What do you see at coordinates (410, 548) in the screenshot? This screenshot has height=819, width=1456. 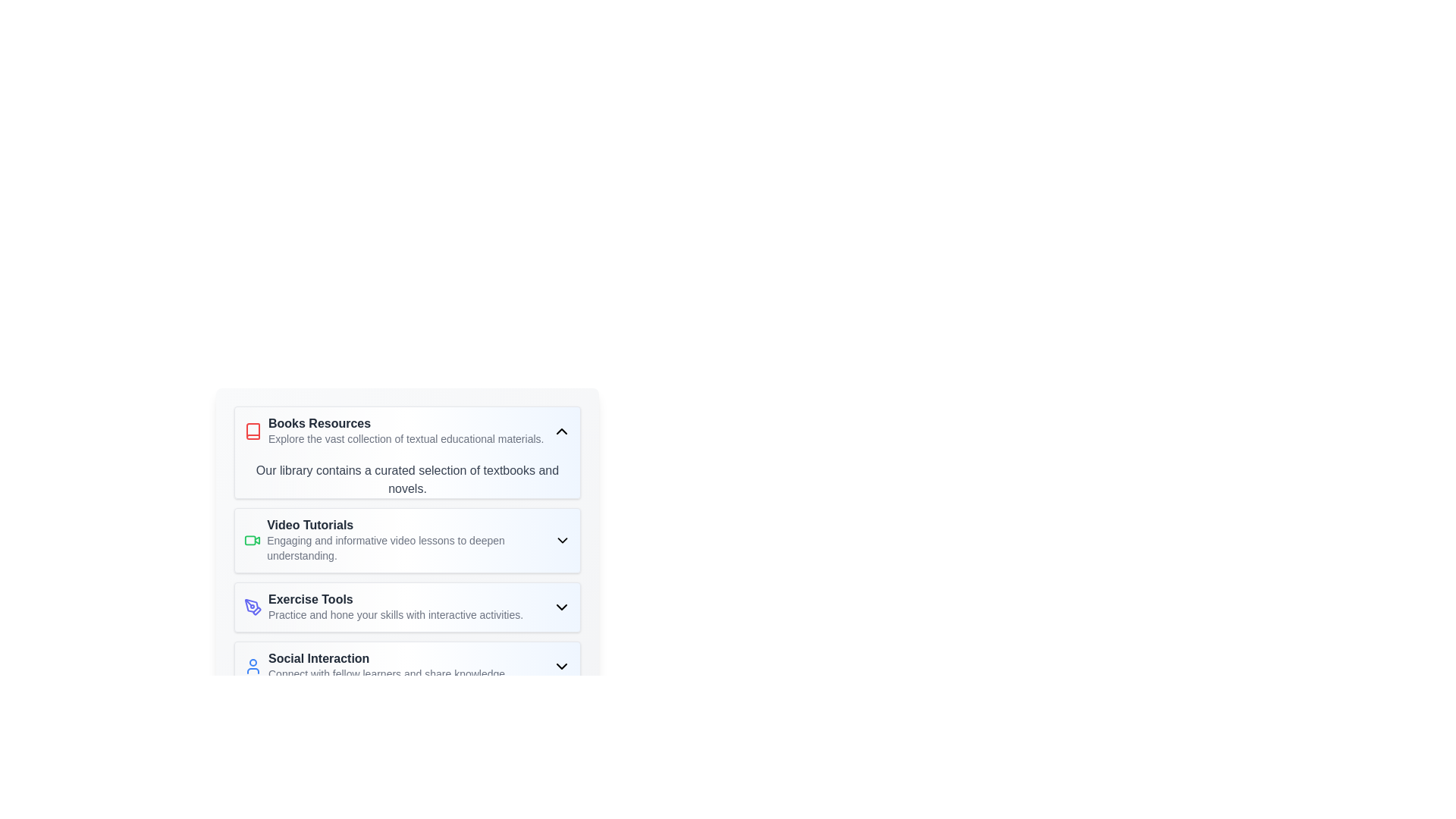 I see `descriptive text located directly below the bold 'Video Tutorials' title, which explains the purpose and content of the 'Video Tutorials' section` at bounding box center [410, 548].